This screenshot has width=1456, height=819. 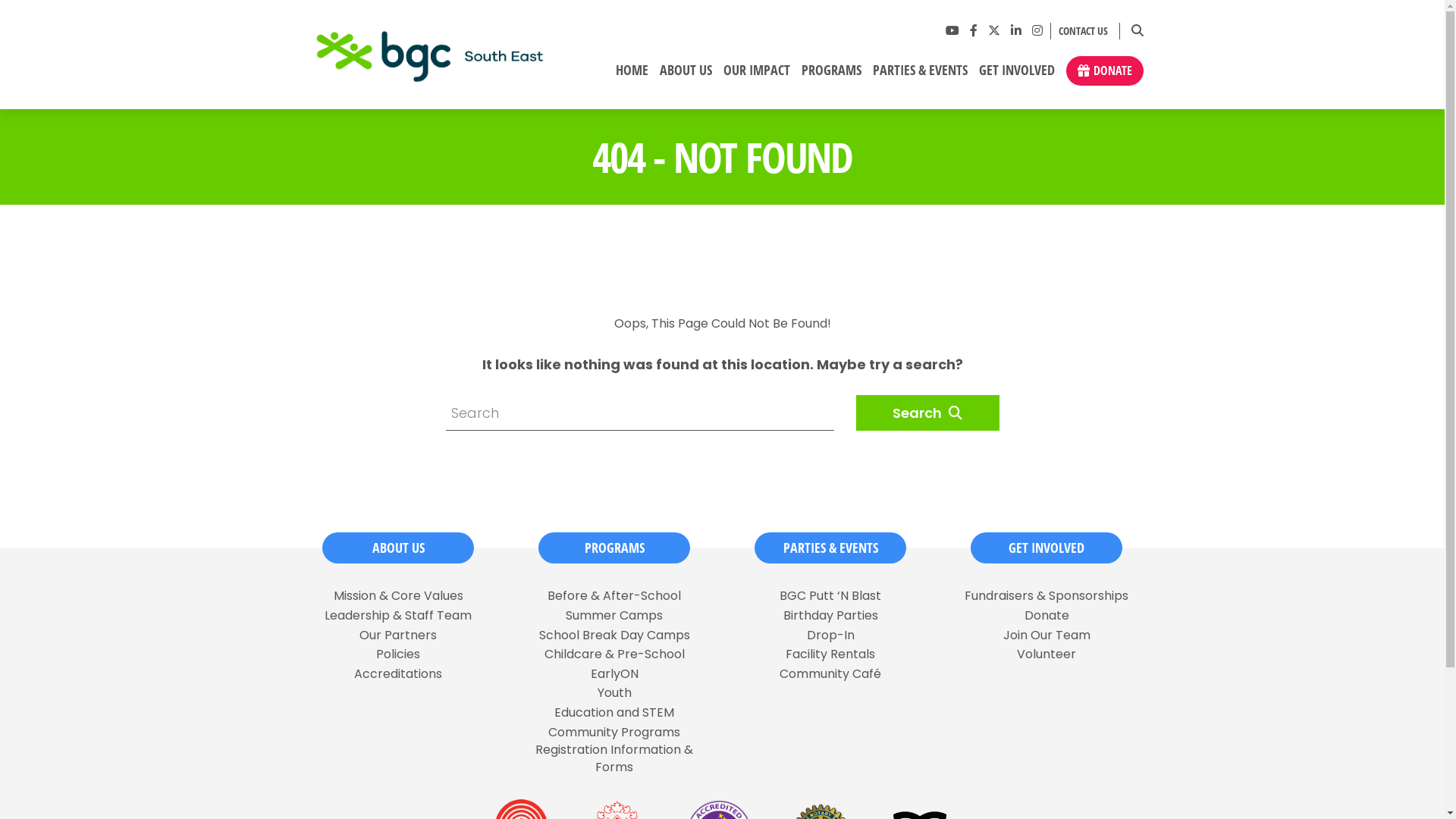 What do you see at coordinates (614, 548) in the screenshot?
I see `'PROGRAMS'` at bounding box center [614, 548].